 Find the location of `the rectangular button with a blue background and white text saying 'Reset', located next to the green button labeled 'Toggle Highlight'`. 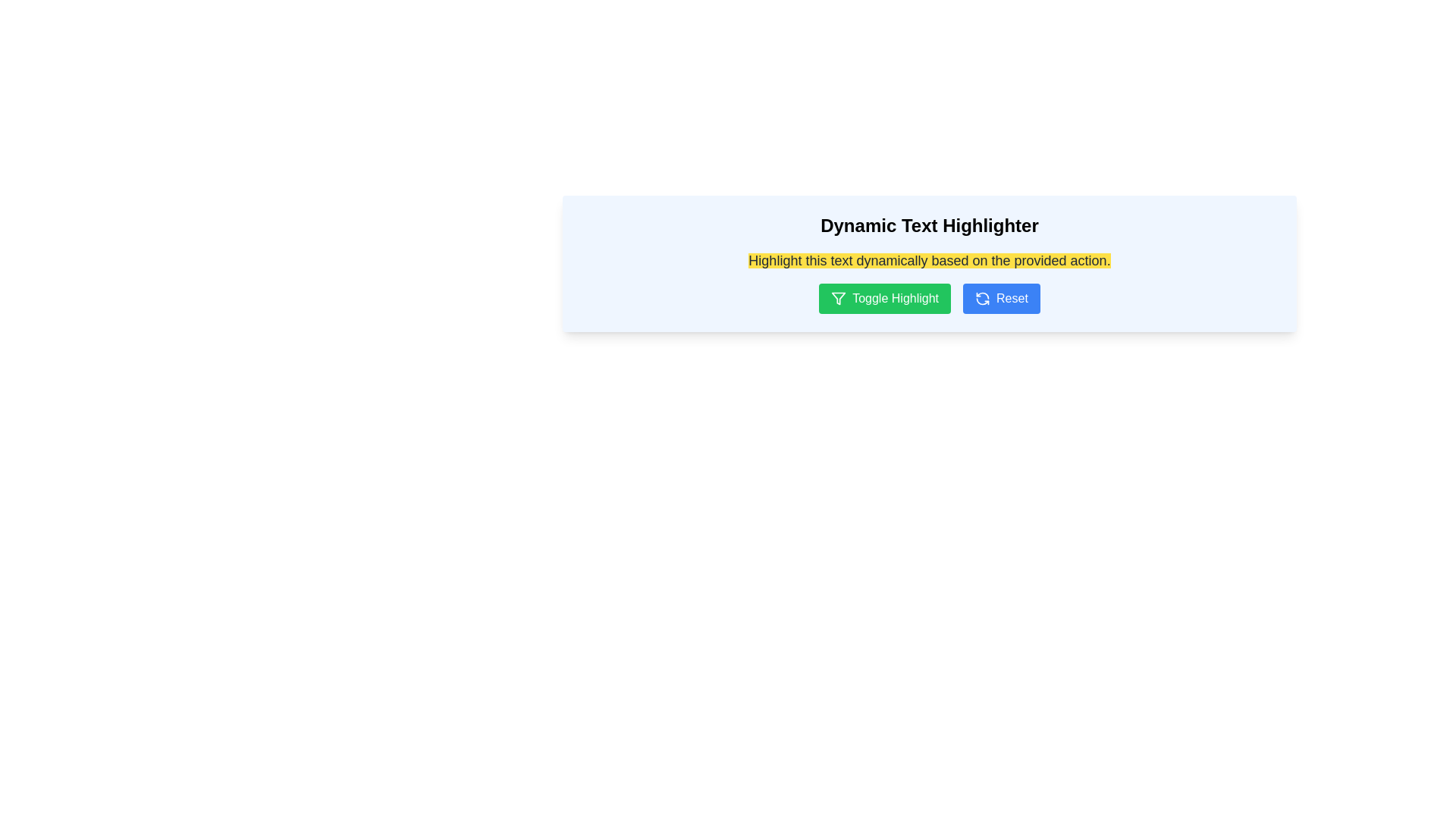

the rectangular button with a blue background and white text saying 'Reset', located next to the green button labeled 'Toggle Highlight' is located at coordinates (1001, 298).